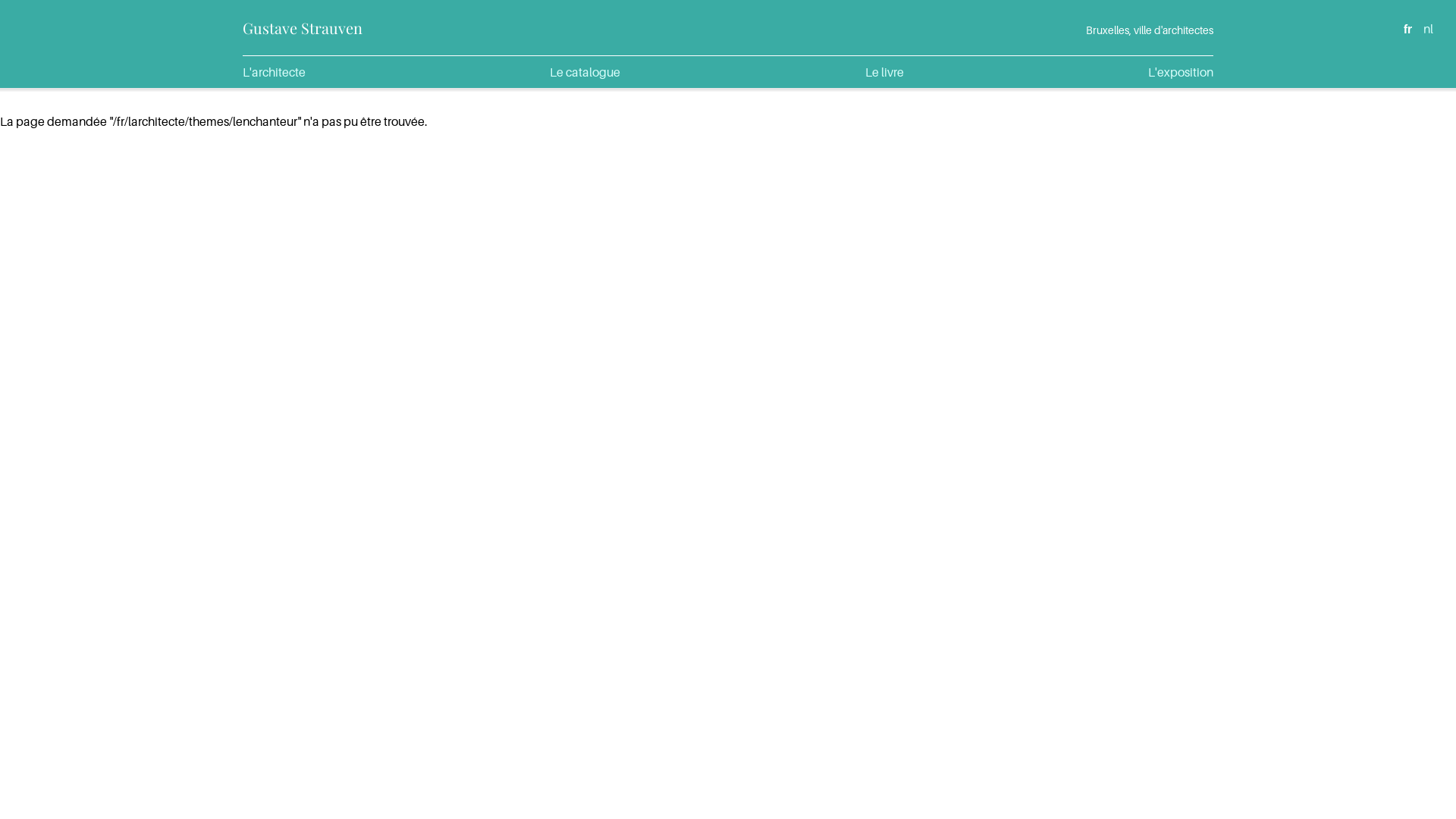  Describe the element at coordinates (1179, 72) in the screenshot. I see `'L'exposition'` at that location.